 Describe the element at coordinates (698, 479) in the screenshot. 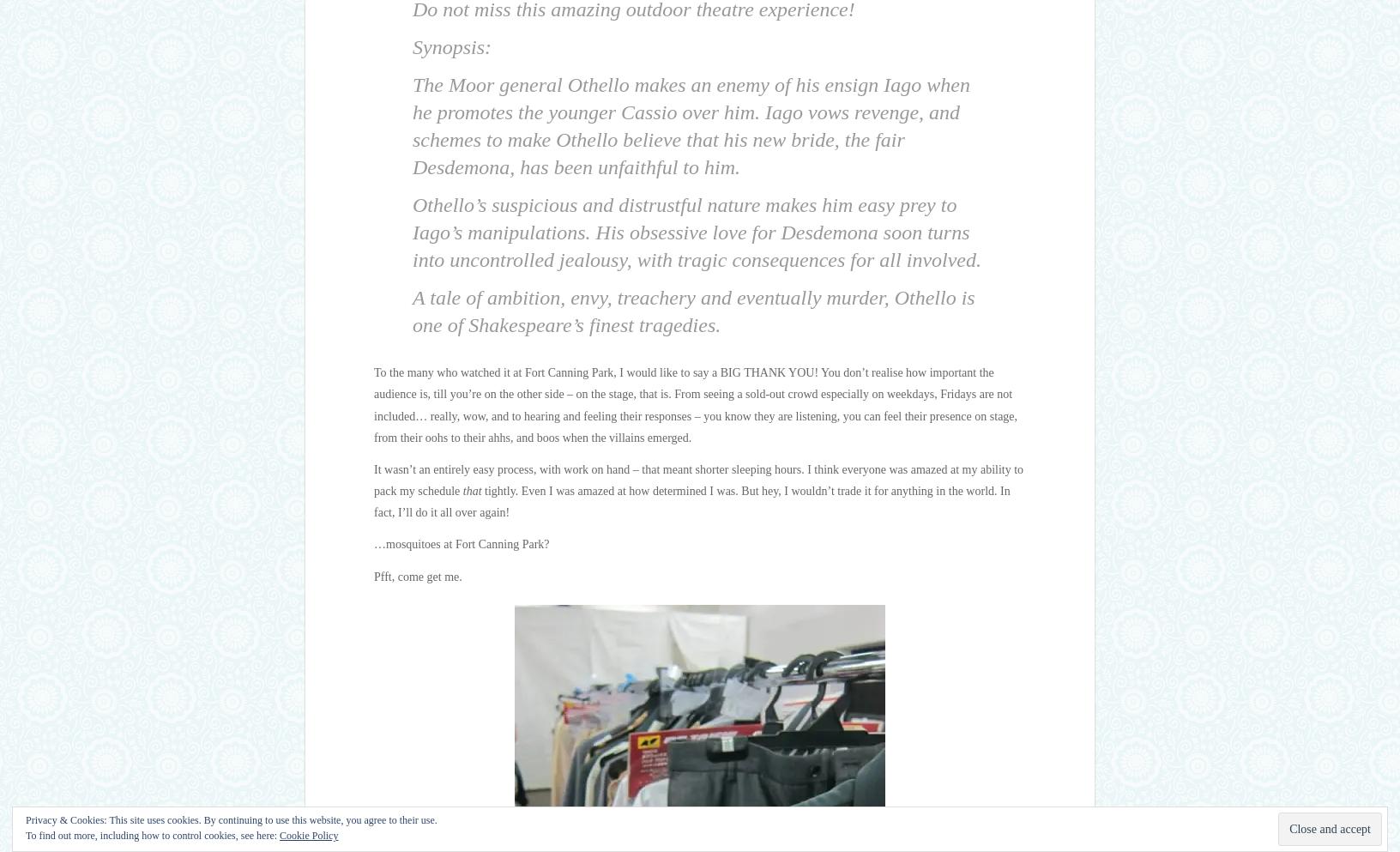

I see `'It wasn’t an entirely easy process, with work on hand – that meant shorter sleeping hours. I think everyone was amazed at my ability to pack my schedule'` at that location.